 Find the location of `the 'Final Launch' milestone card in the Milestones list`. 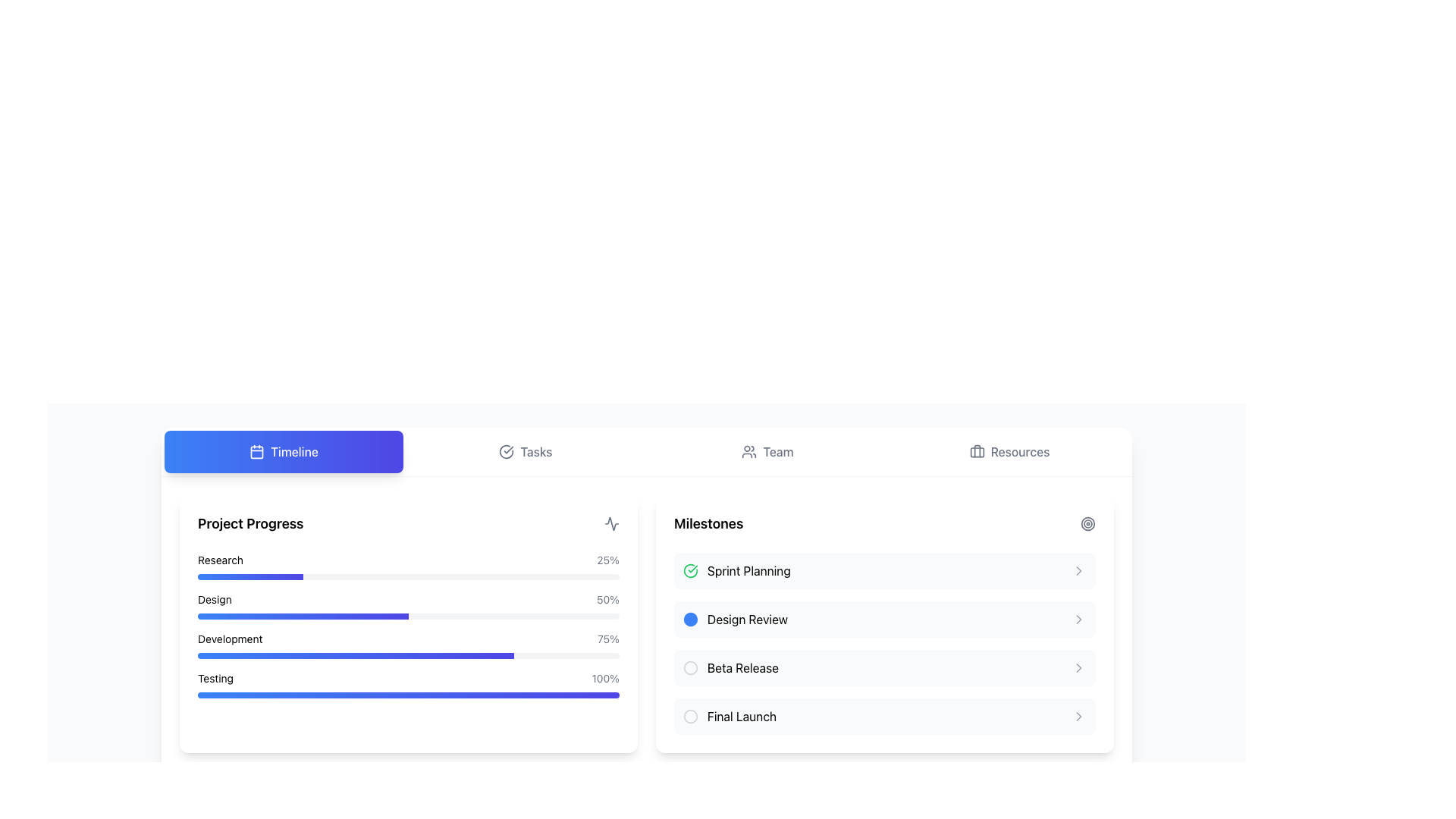

the 'Final Launch' milestone card in the Milestones list is located at coordinates (884, 717).